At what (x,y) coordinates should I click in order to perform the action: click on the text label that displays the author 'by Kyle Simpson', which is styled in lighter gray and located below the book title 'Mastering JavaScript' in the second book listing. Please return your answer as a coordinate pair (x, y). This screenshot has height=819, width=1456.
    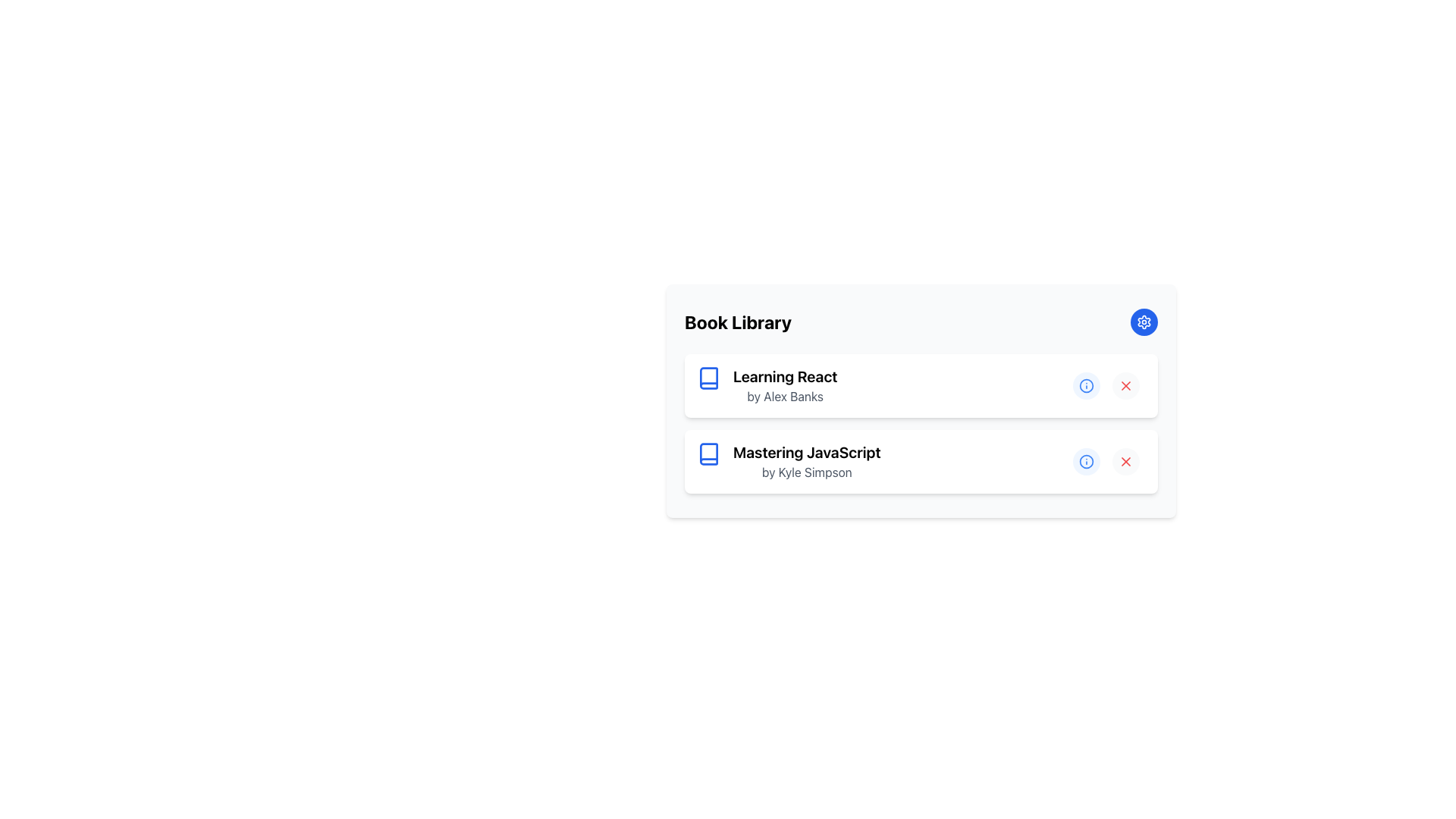
    Looking at the image, I should click on (806, 472).